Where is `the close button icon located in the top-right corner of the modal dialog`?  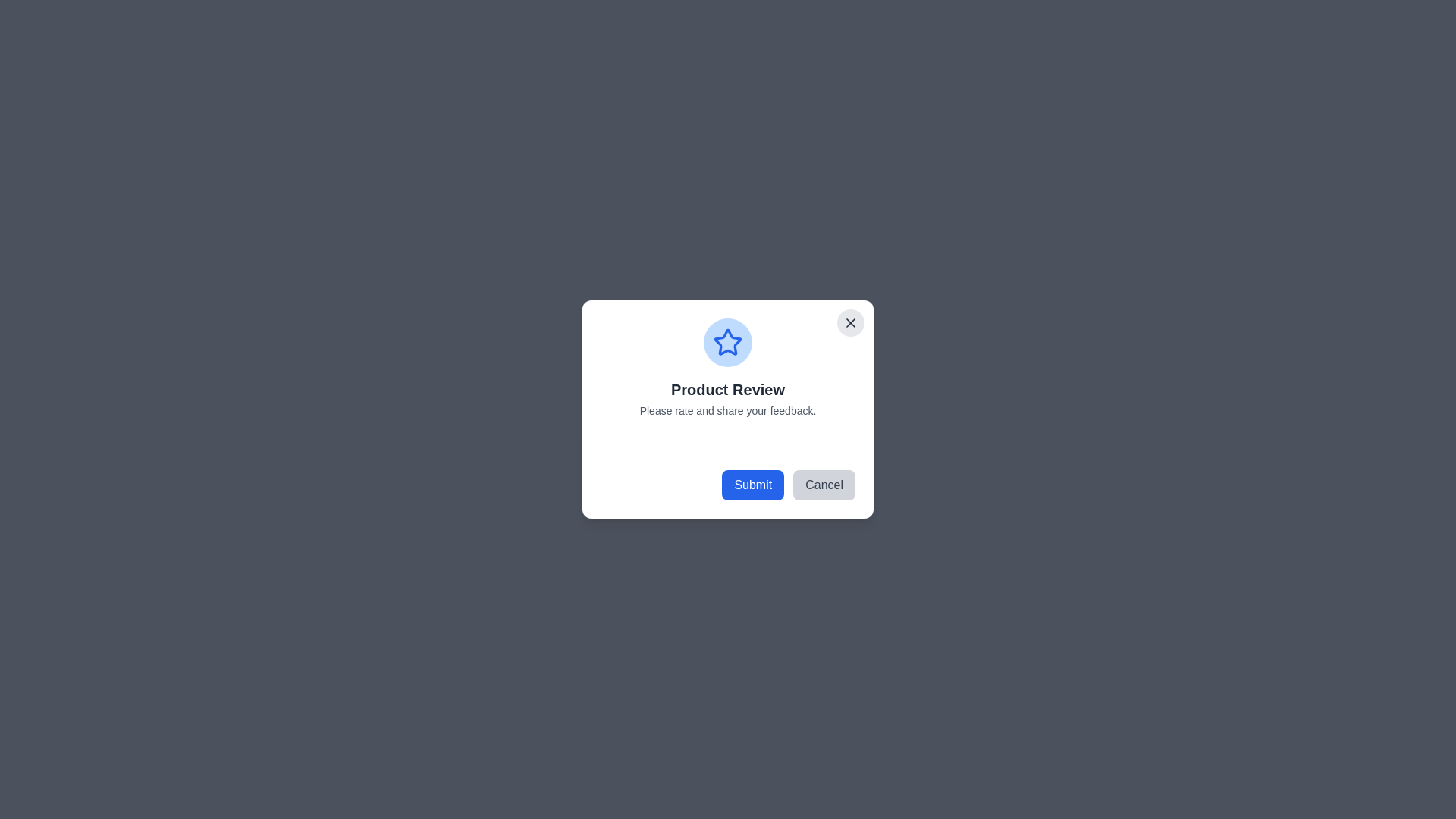 the close button icon located in the top-right corner of the modal dialog is located at coordinates (851, 322).